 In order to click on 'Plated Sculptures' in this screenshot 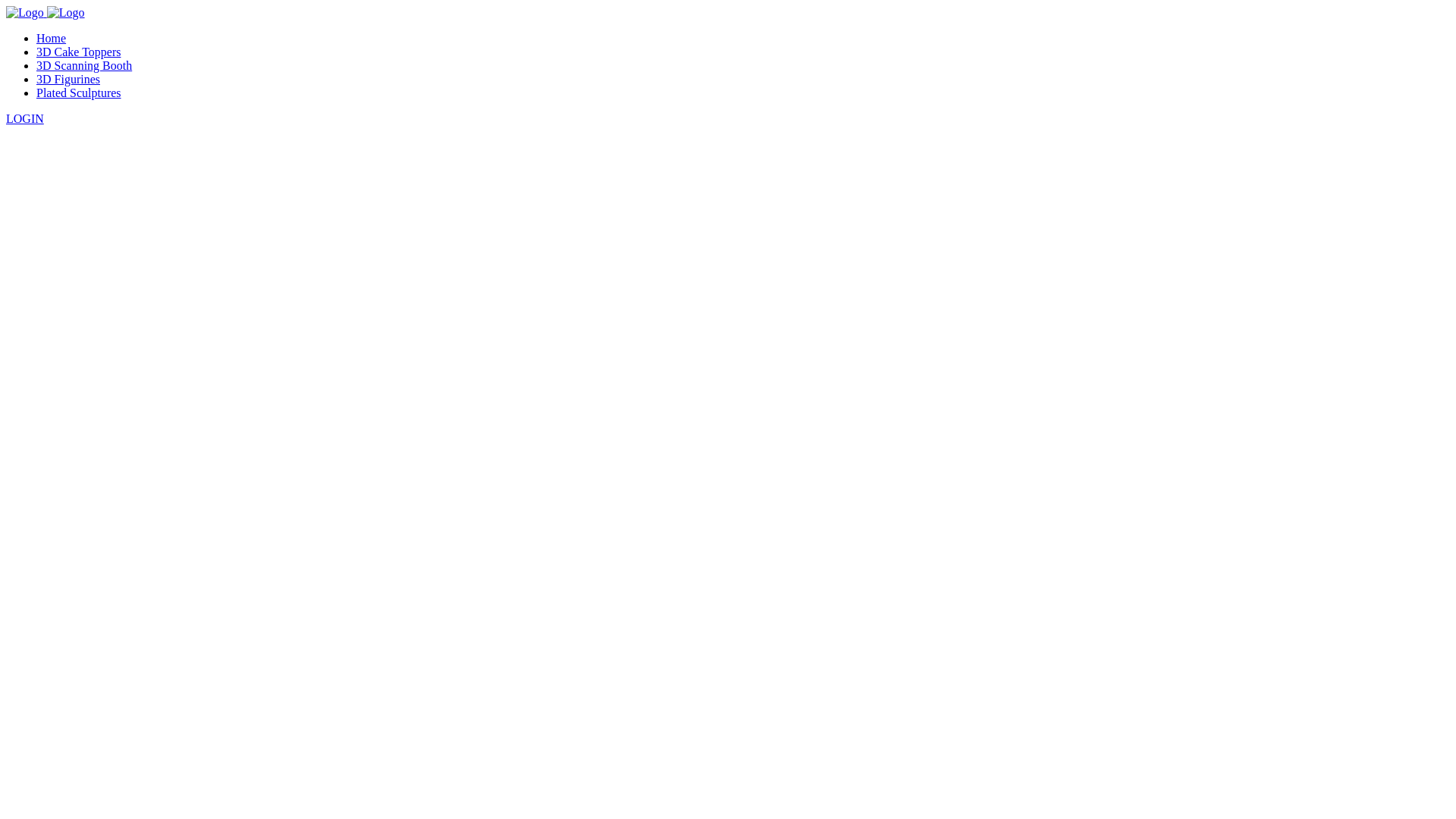, I will do `click(78, 93)`.